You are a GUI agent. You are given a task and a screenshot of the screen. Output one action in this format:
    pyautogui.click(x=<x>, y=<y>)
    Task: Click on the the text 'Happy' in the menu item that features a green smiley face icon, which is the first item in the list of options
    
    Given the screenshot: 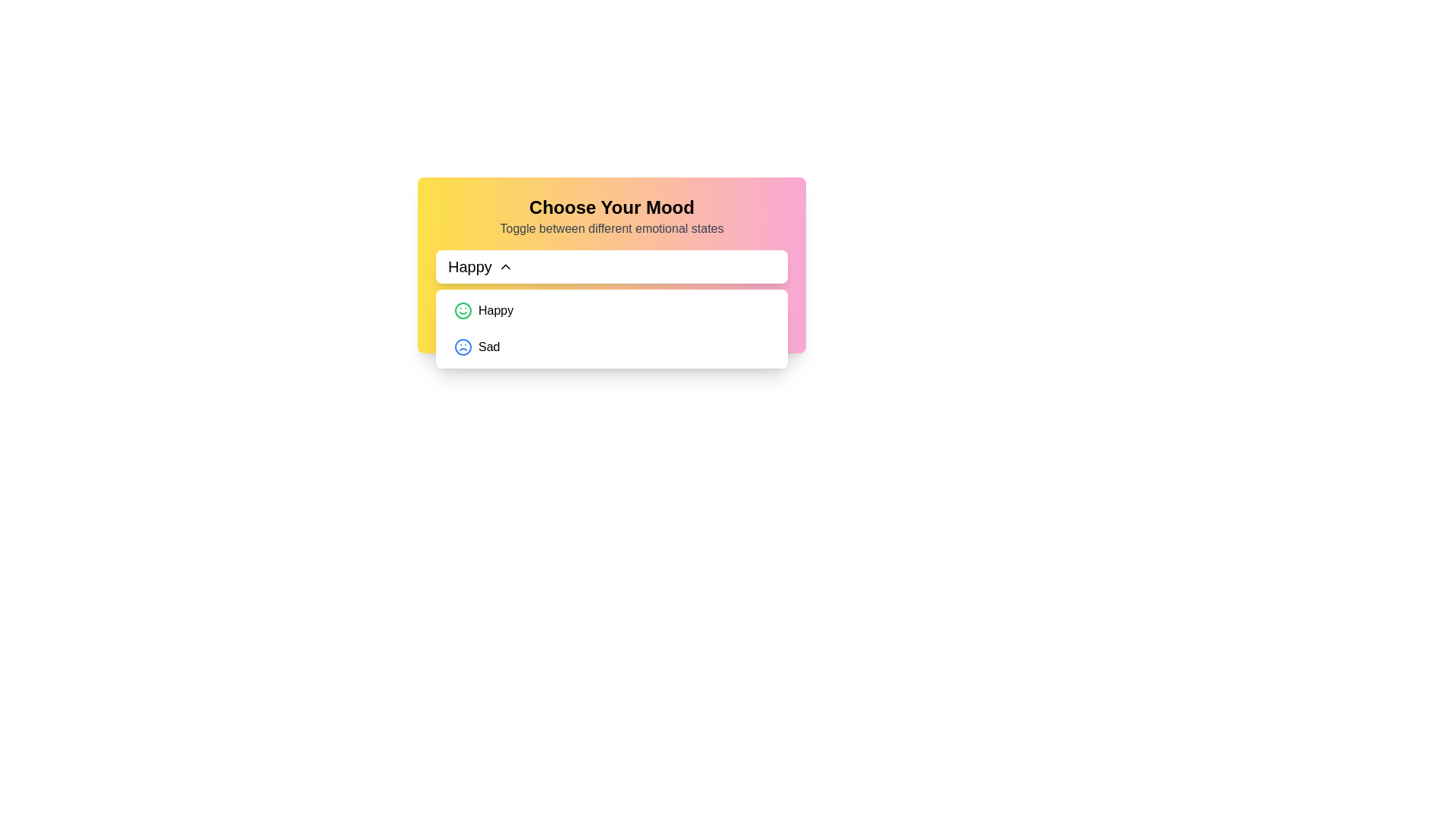 What is the action you would take?
    pyautogui.click(x=483, y=309)
    